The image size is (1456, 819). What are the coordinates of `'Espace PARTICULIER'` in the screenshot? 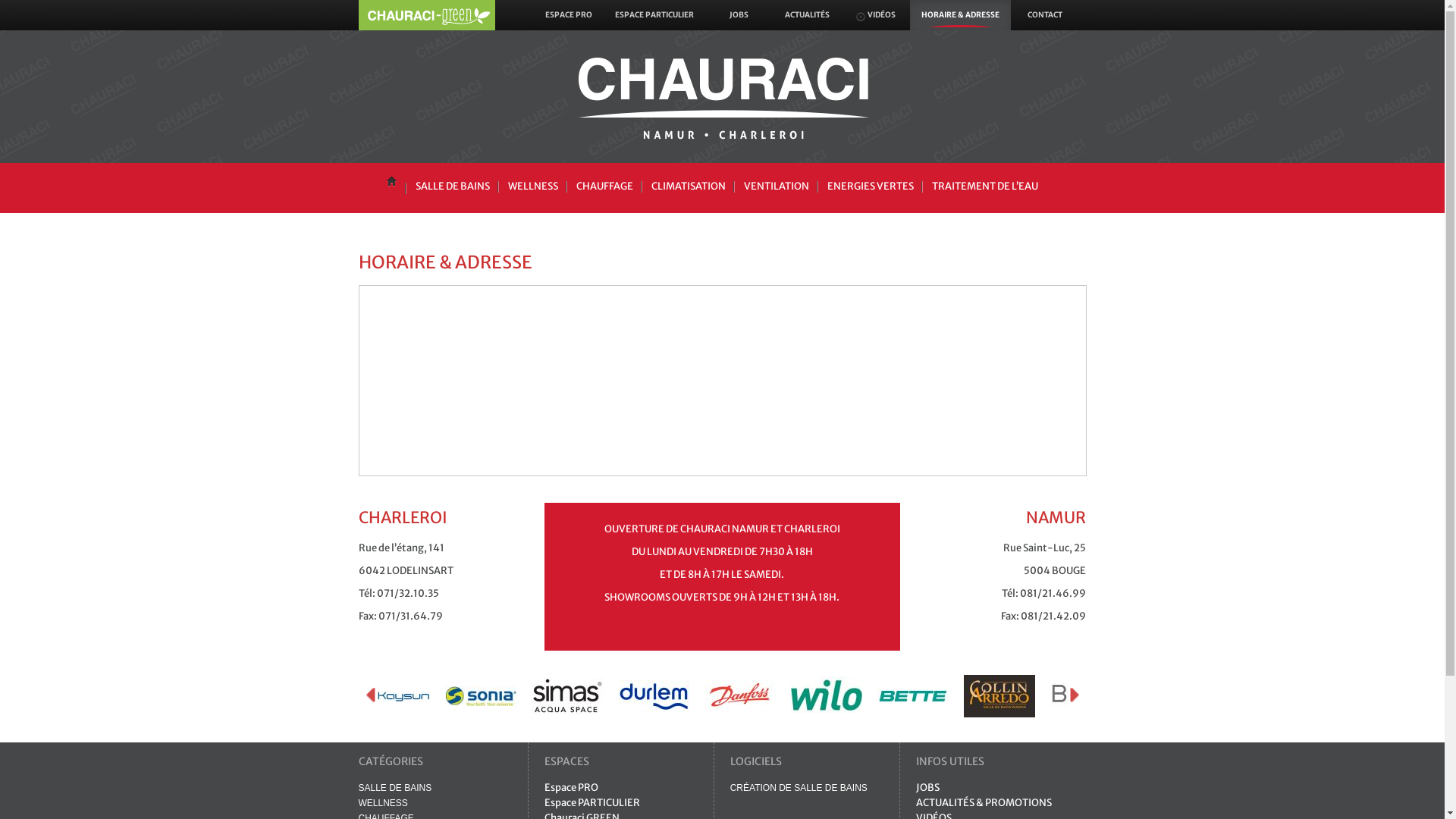 It's located at (591, 802).